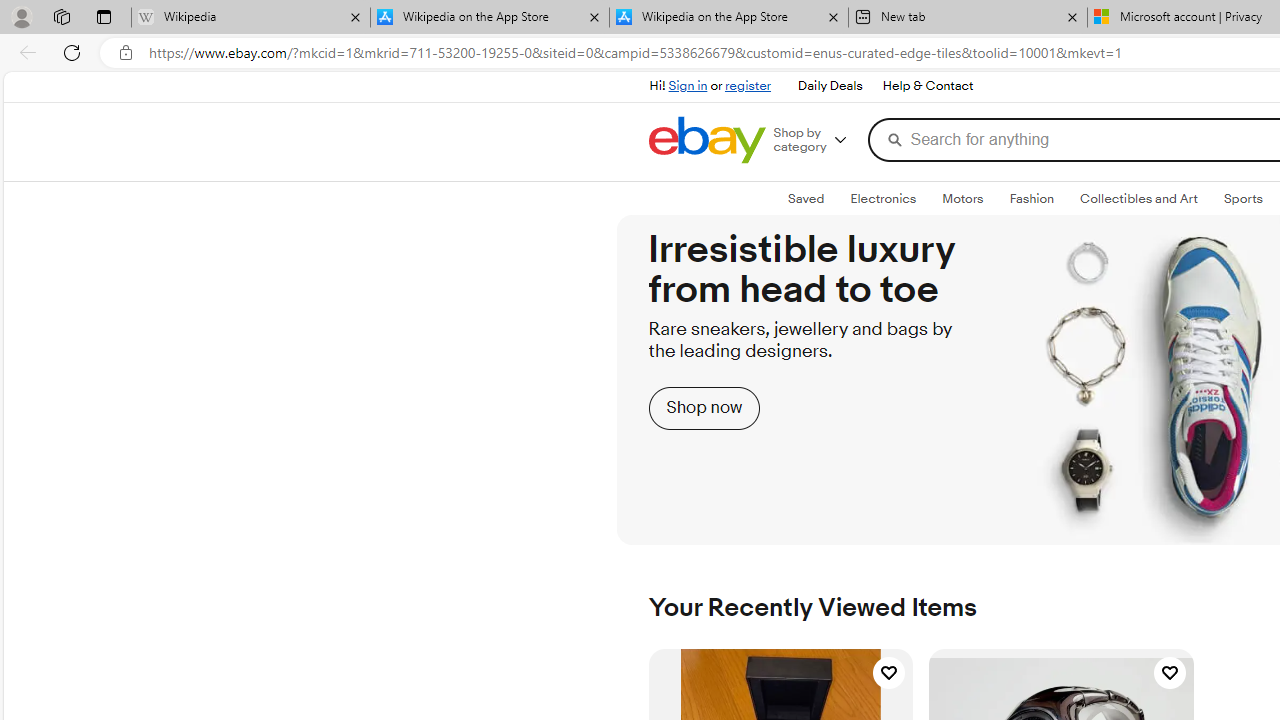 Image resolution: width=1280 pixels, height=720 pixels. Describe the element at coordinates (882, 199) in the screenshot. I see `'ElectronicsExpand: Electronics'` at that location.